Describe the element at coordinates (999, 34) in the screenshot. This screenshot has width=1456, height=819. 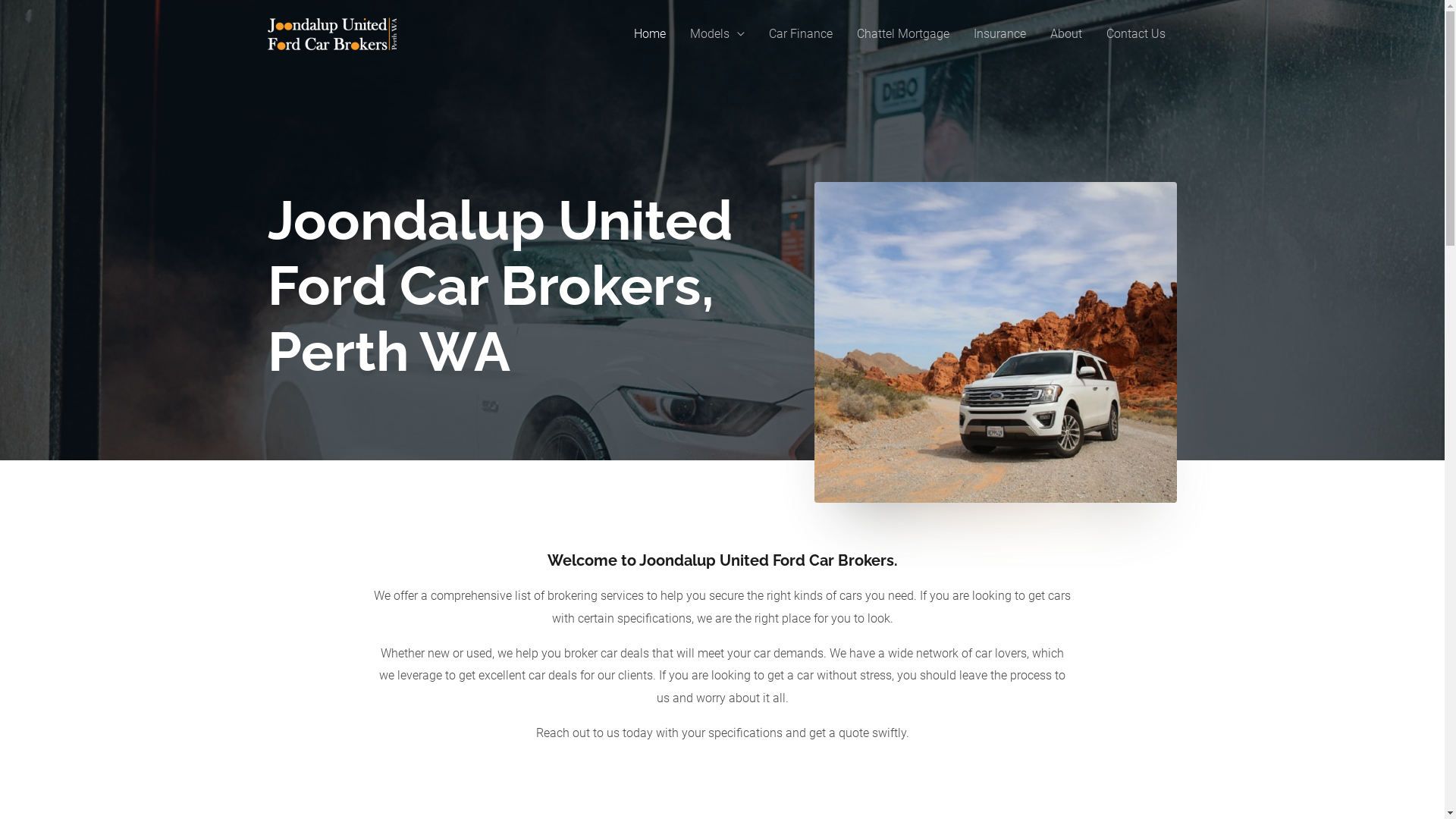
I see `'Insurance'` at that location.